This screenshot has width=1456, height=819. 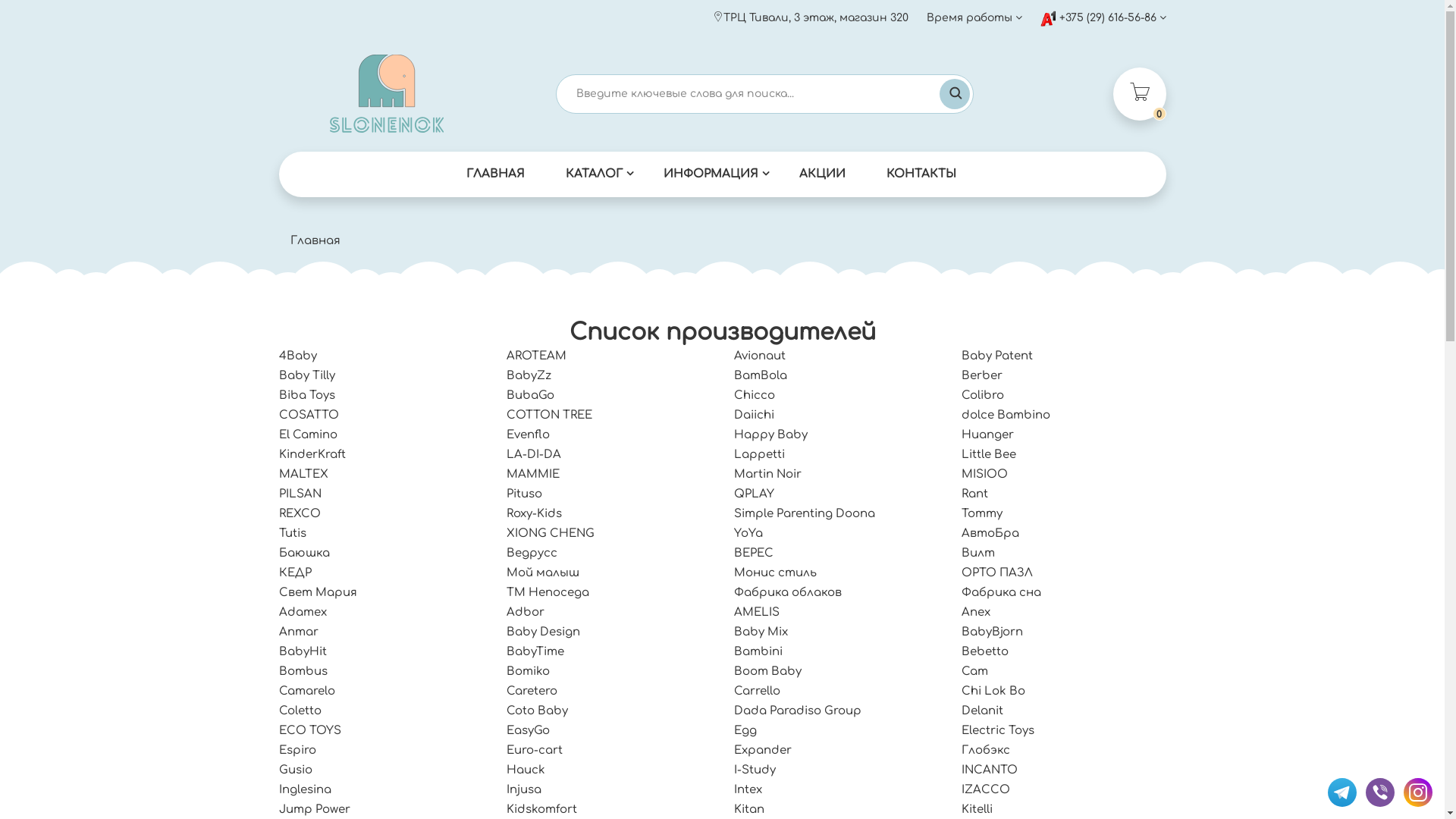 I want to click on 'INCANTO', so click(x=990, y=770).